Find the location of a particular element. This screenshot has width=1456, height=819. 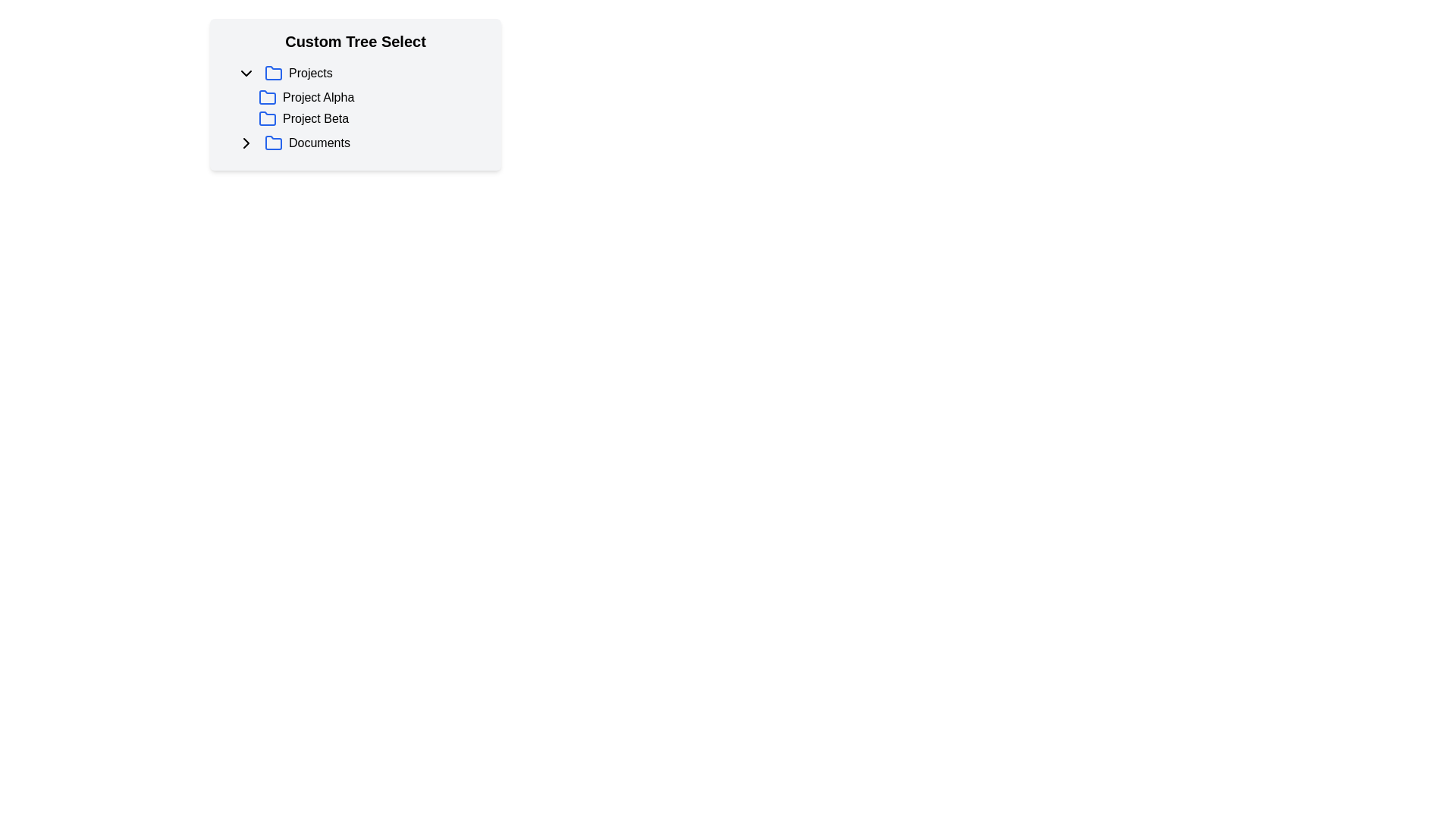

the chevron icon button located to the left of the 'Documents' text in the directory tree interface is located at coordinates (246, 143).